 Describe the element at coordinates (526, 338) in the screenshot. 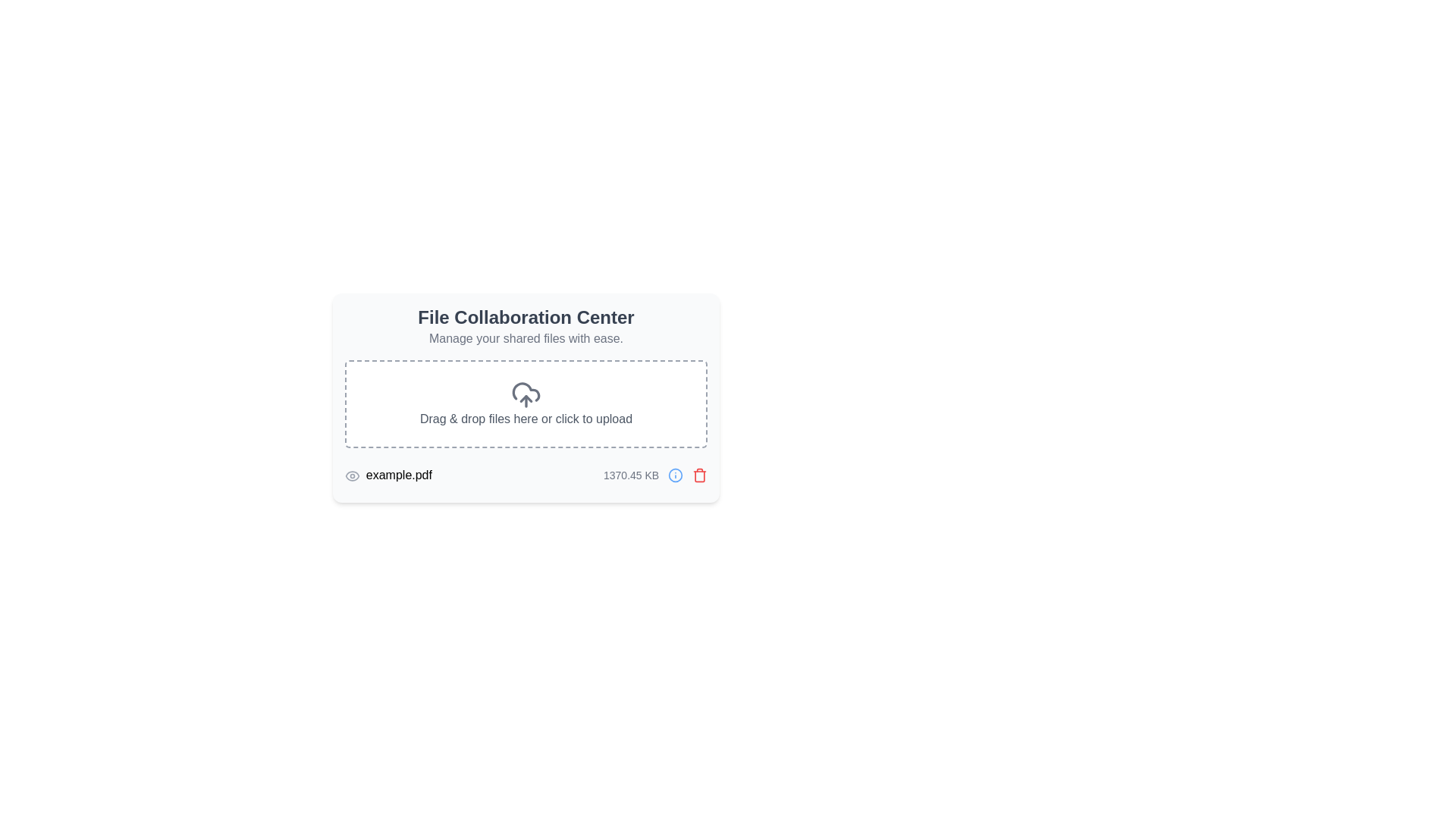

I see `static text located near the top of the interface, directly below the heading 'File Collaboration Center.'` at that location.